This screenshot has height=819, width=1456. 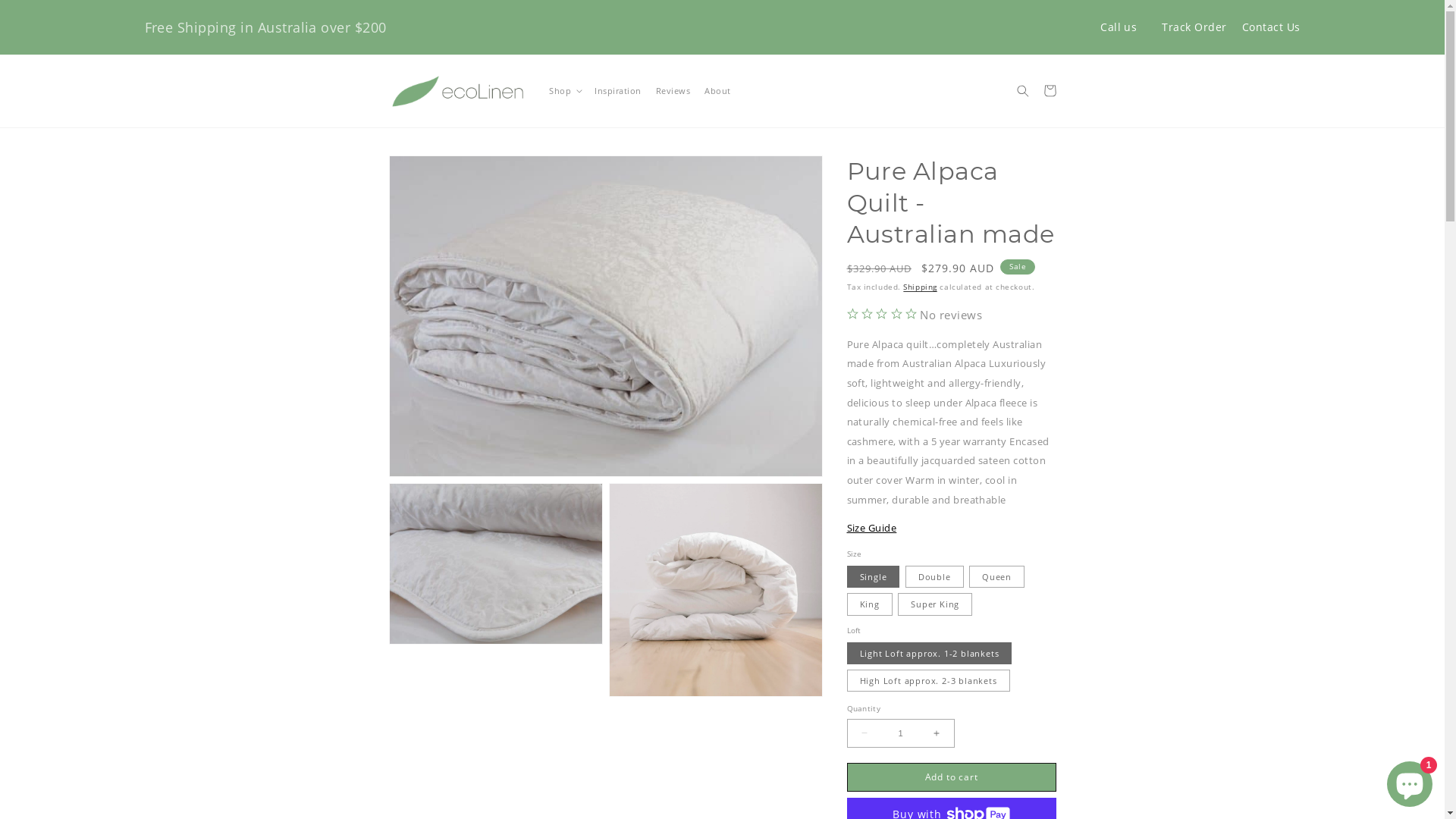 I want to click on 'Cart', so click(x=1049, y=90).